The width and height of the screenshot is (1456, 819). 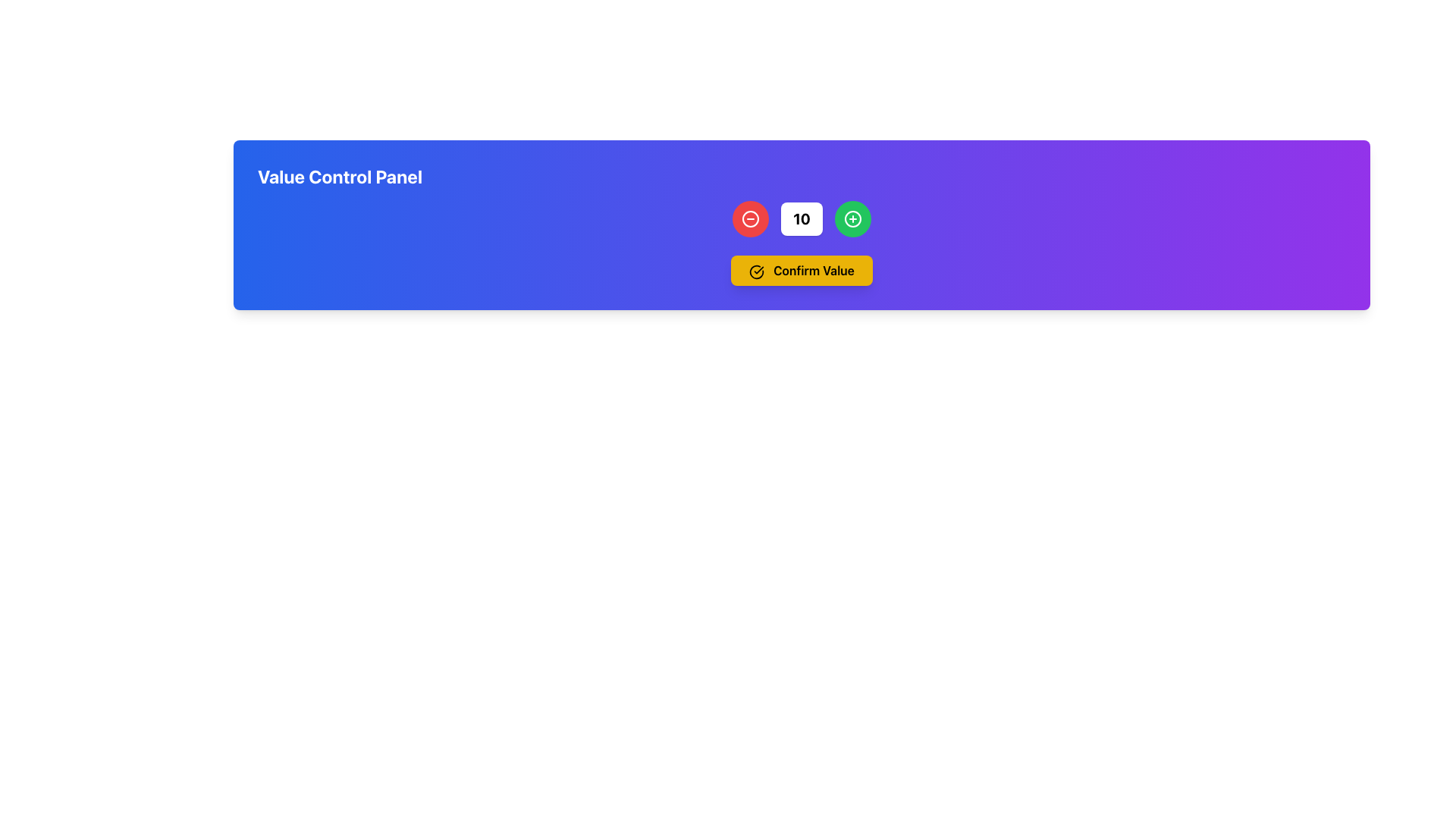 I want to click on the circular green button with a plus symbol, which is the third item in the horizontal panel of control buttons, so click(x=852, y=219).